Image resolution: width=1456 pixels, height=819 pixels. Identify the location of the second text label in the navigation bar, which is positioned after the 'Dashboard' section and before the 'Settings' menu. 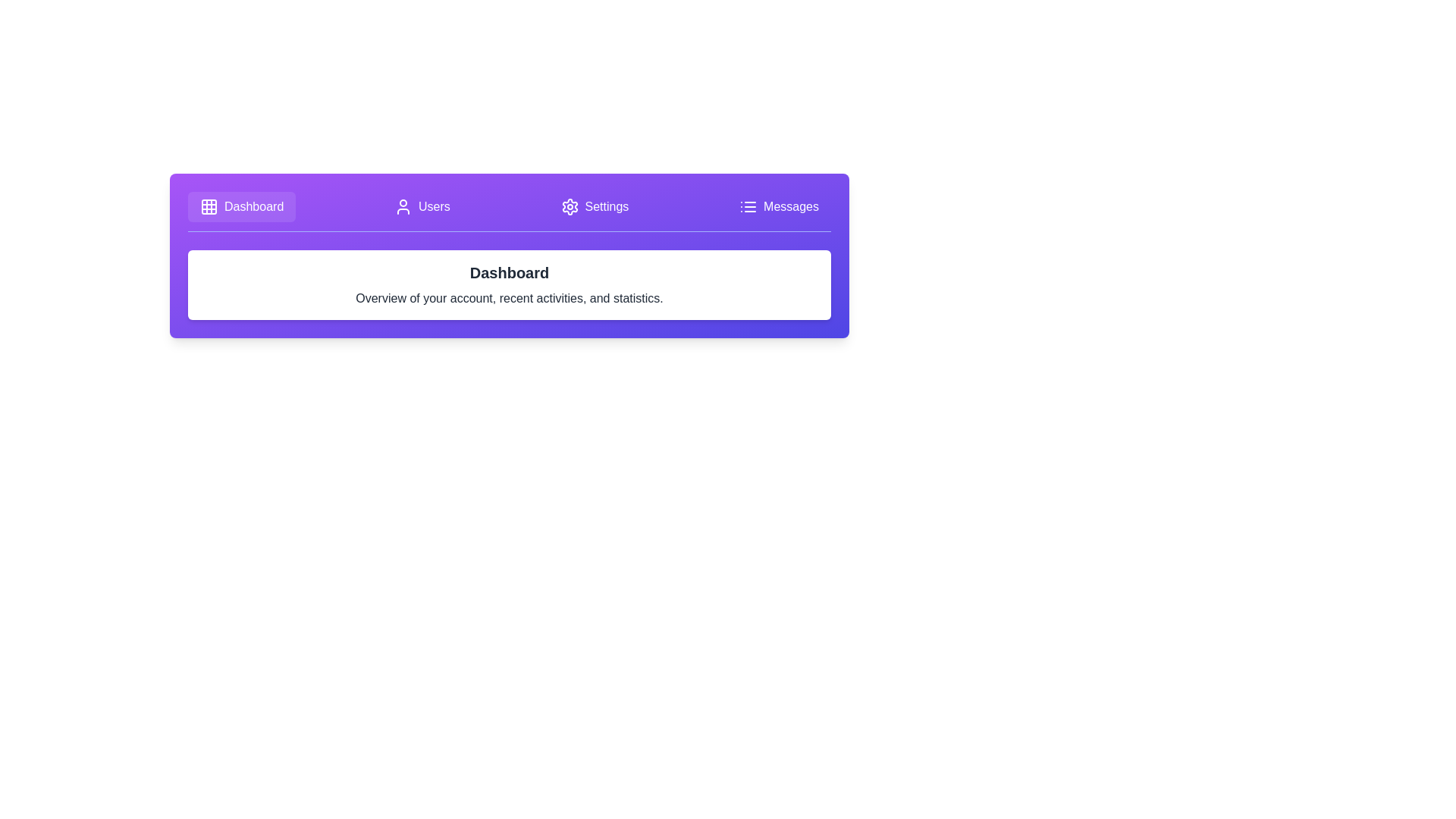
(433, 207).